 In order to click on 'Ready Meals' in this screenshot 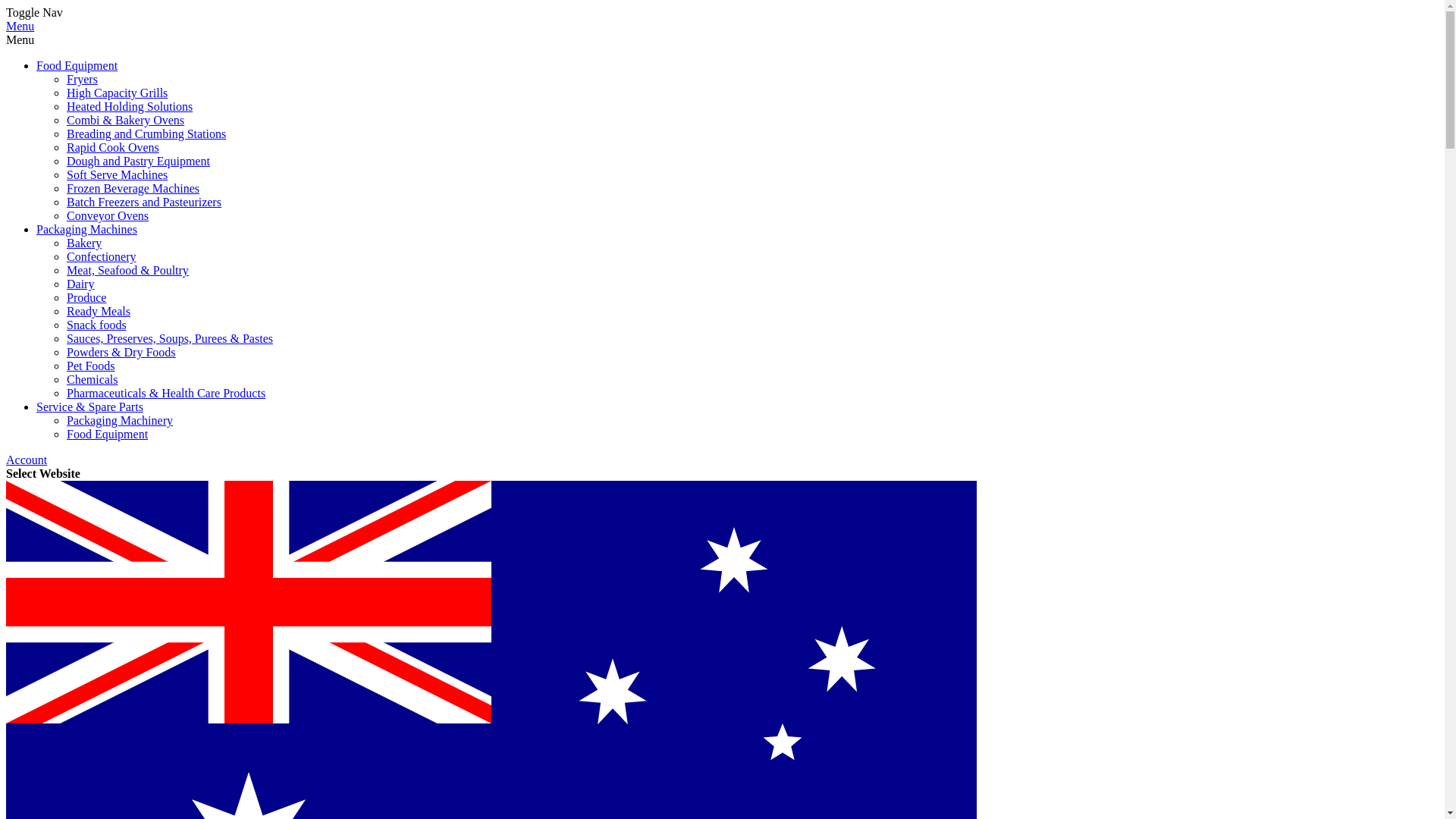, I will do `click(97, 310)`.